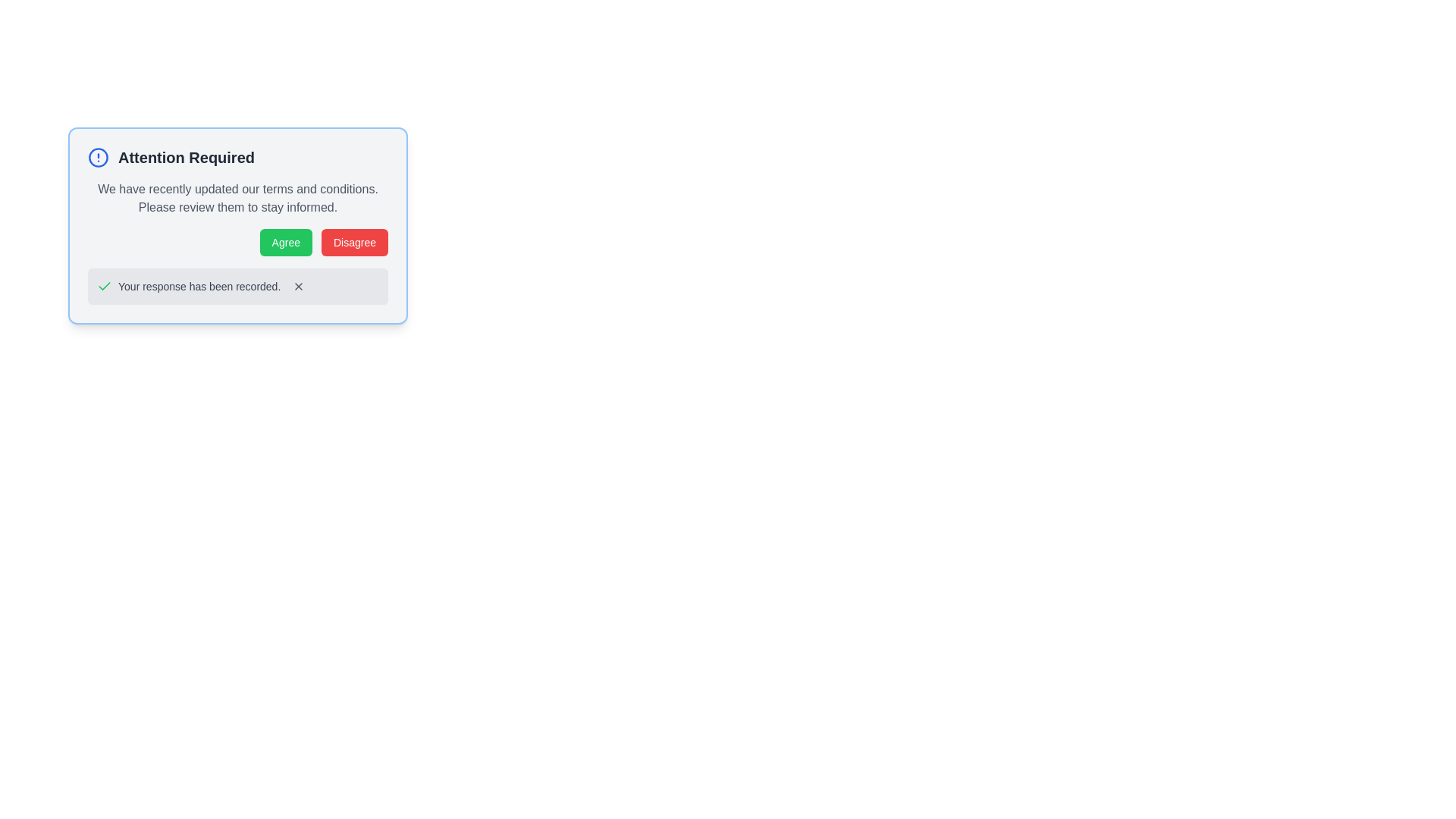 This screenshot has height=819, width=1456. Describe the element at coordinates (299, 287) in the screenshot. I see `the gray-bordered 'X' close button located at the right end of the notification box labeled 'Your response has been recorded'` at that location.